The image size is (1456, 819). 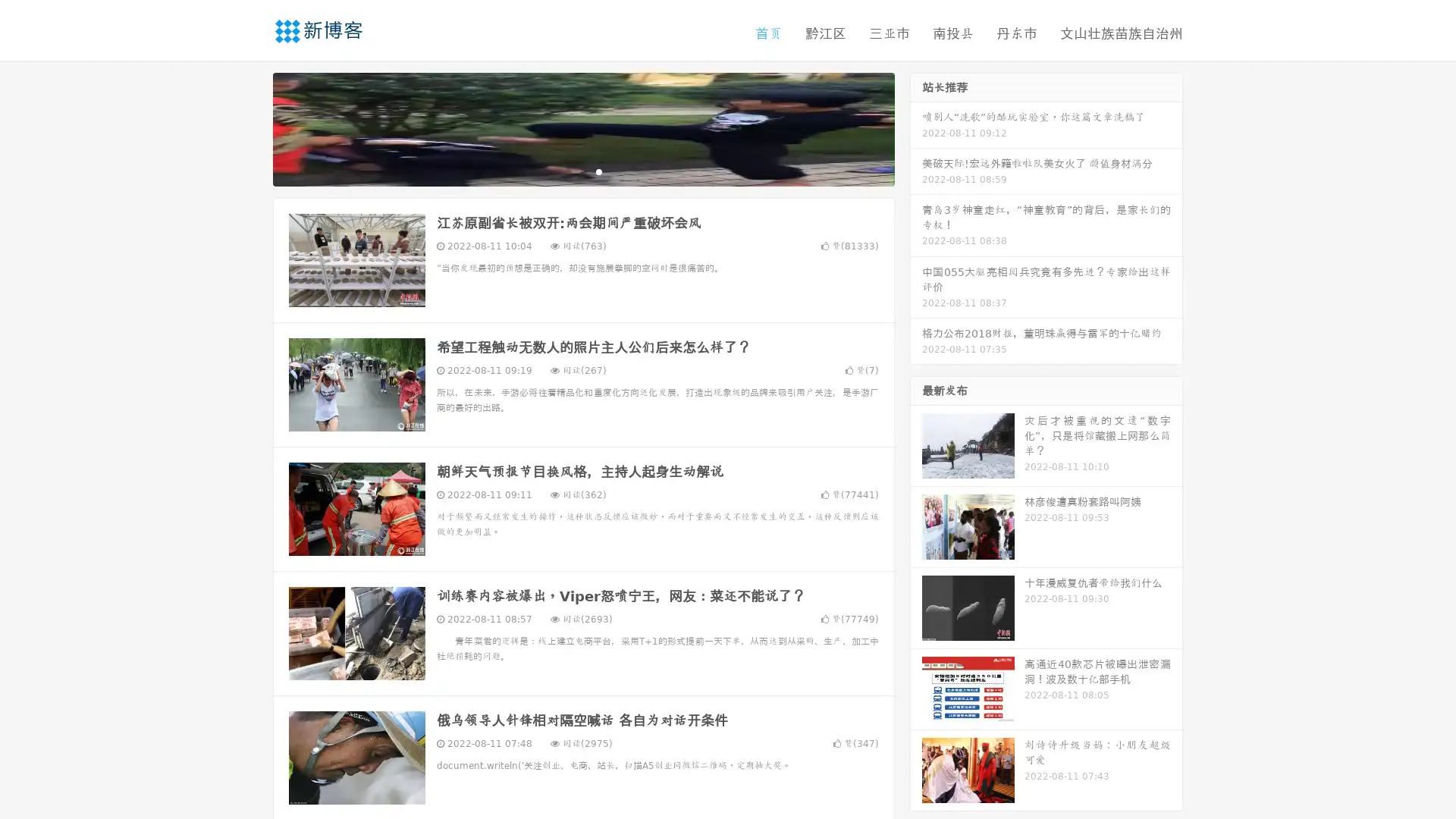 I want to click on Go to slide 3, so click(x=598, y=171).